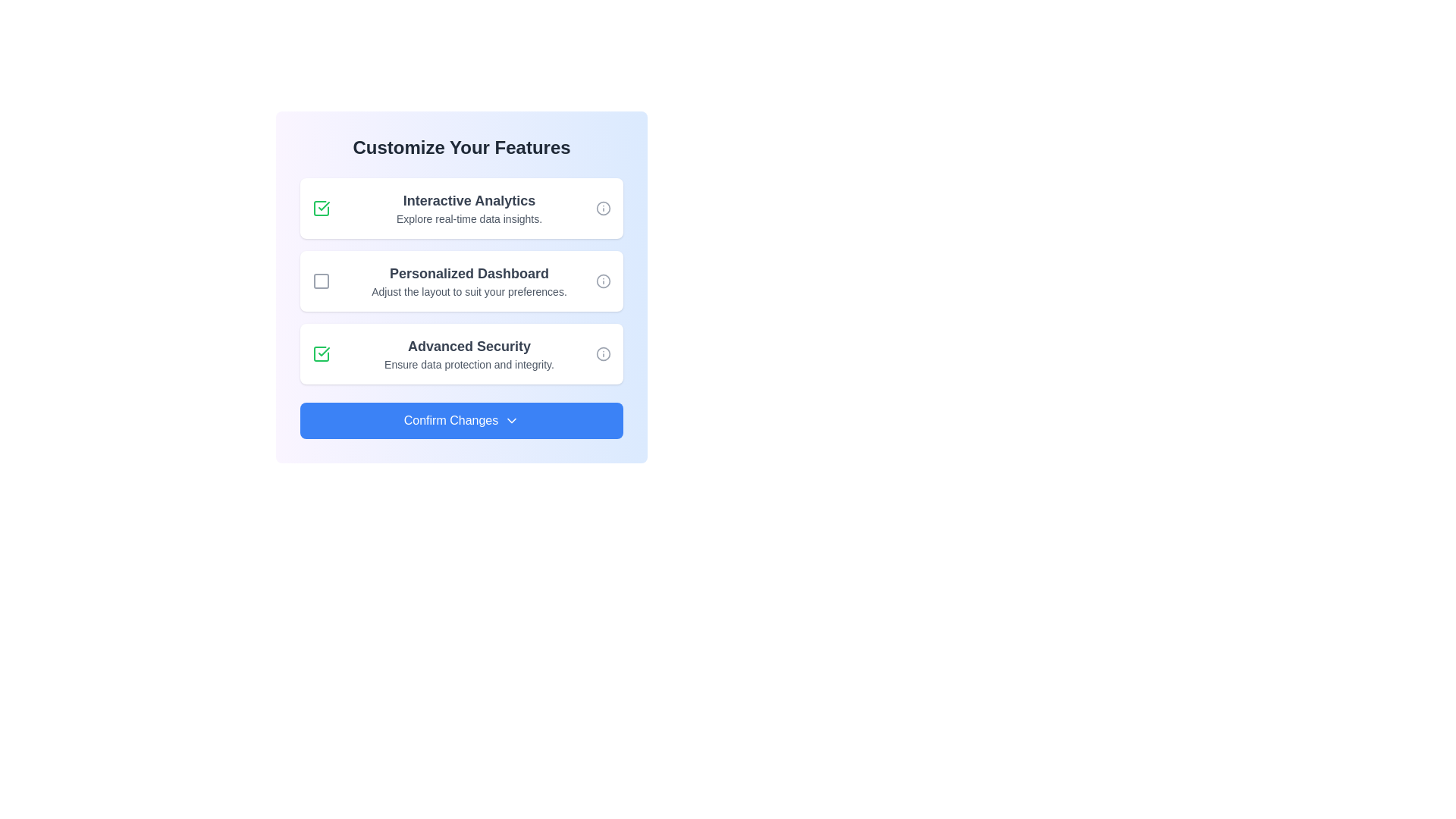 This screenshot has width=1456, height=819. What do you see at coordinates (469, 274) in the screenshot?
I see `the text label displaying 'Personalized Dashboard' in bold gray font, positioned in the middle section of the feature selection interface, serving as a title for the second item` at bounding box center [469, 274].